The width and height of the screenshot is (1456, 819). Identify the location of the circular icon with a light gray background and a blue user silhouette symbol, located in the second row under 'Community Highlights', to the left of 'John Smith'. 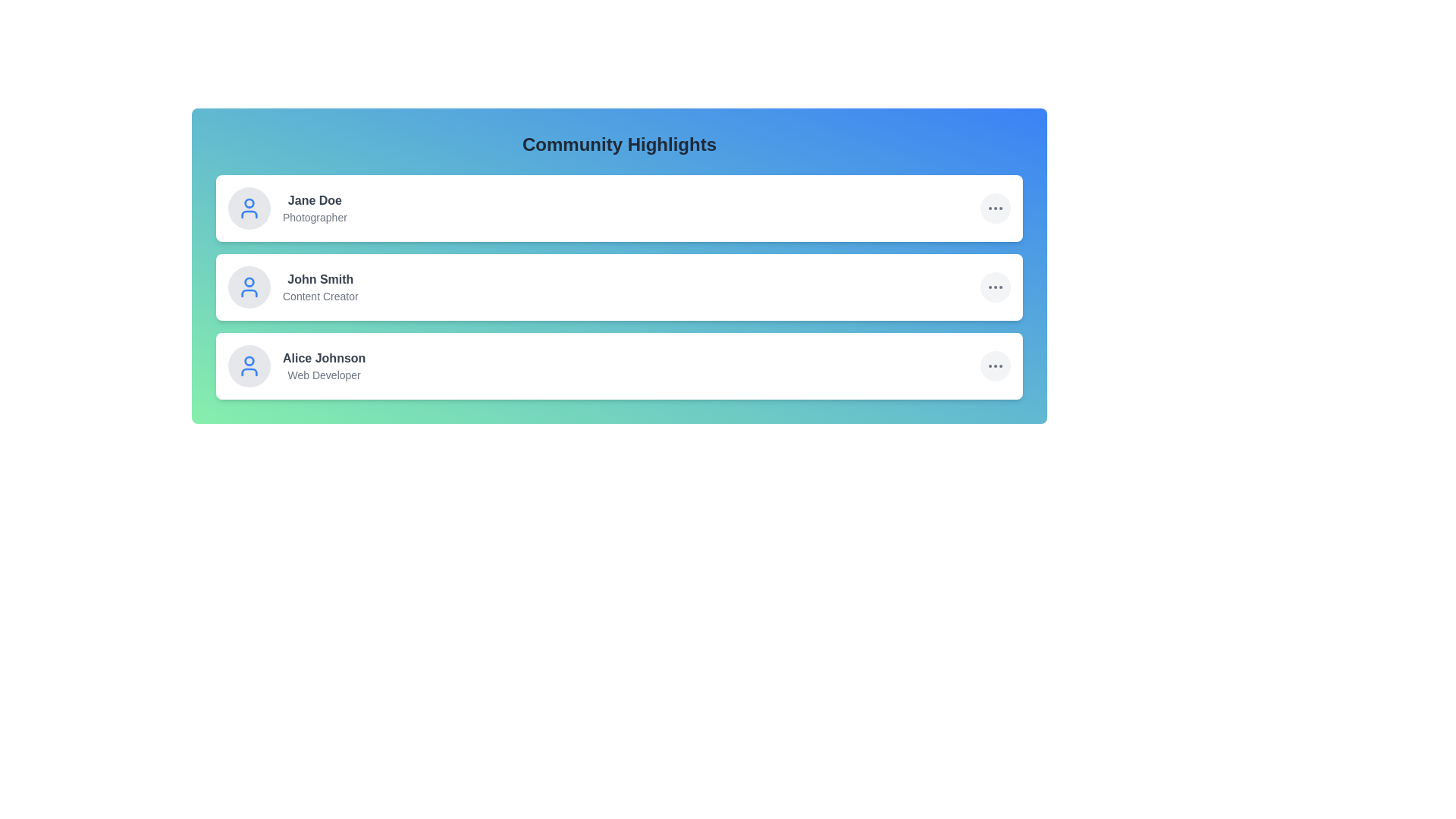
(249, 287).